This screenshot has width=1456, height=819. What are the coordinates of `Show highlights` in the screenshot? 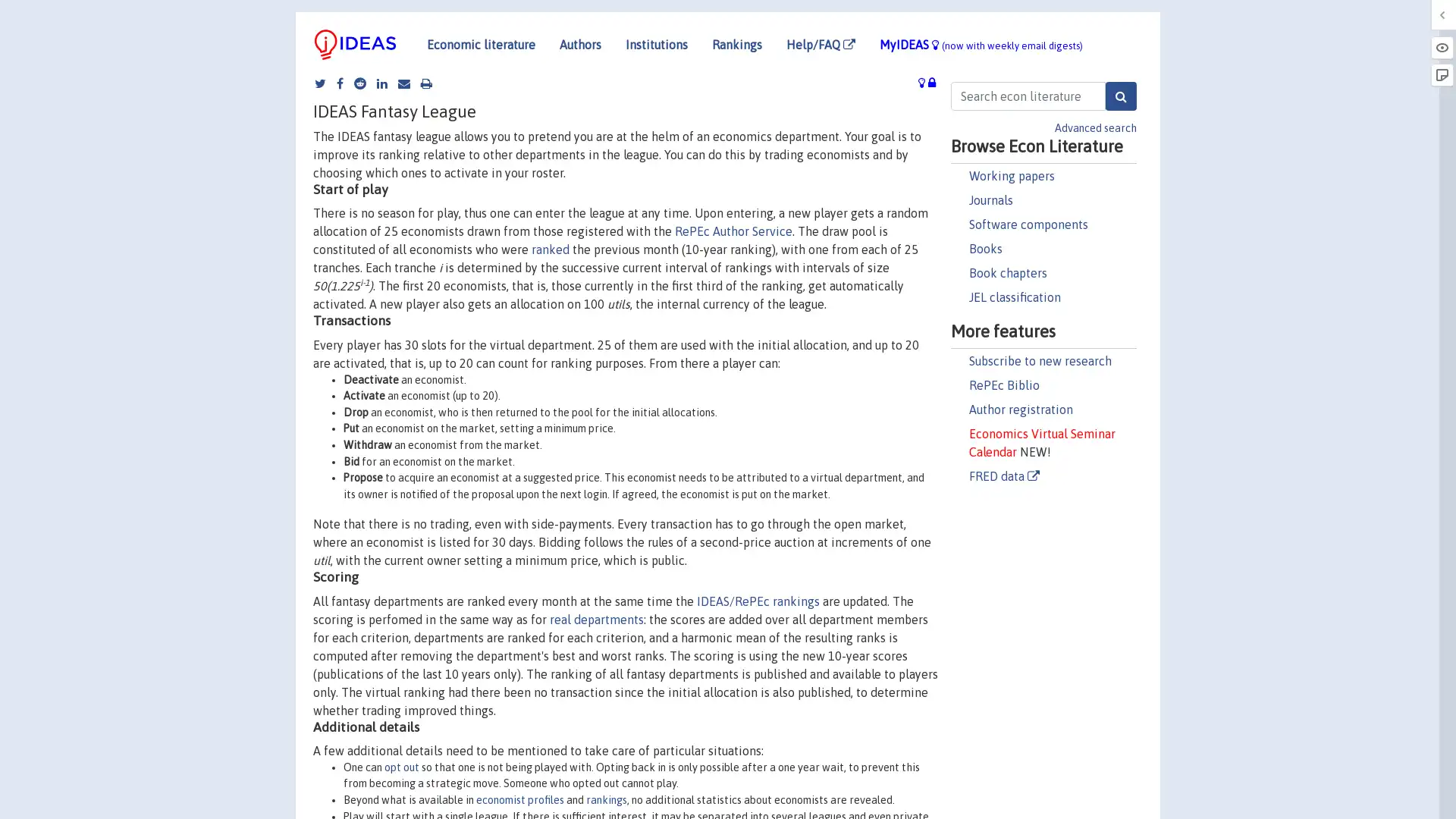 It's located at (1441, 46).